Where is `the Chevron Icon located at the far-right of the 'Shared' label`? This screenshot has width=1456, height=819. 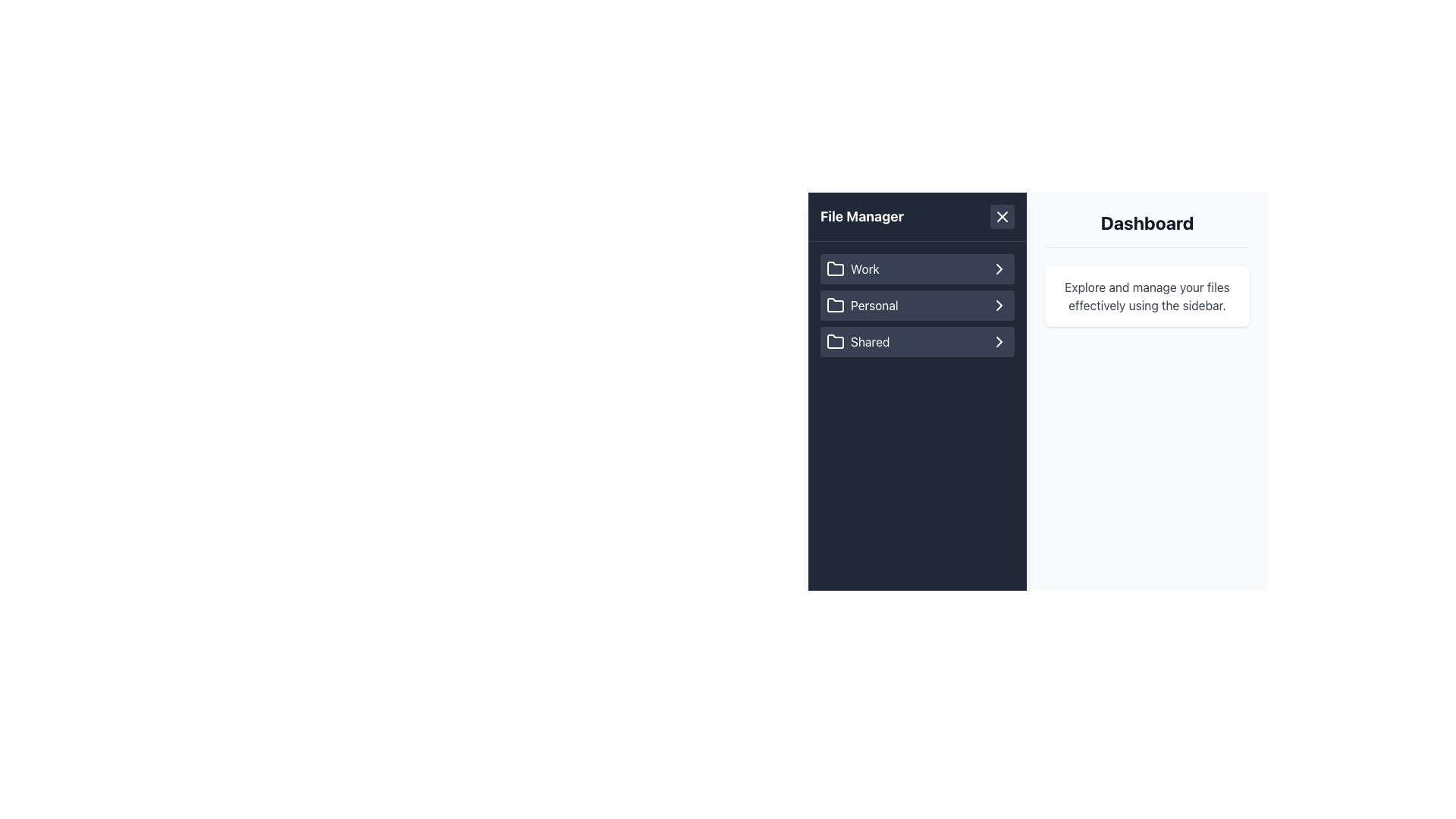 the Chevron Icon located at the far-right of the 'Shared' label is located at coordinates (999, 342).